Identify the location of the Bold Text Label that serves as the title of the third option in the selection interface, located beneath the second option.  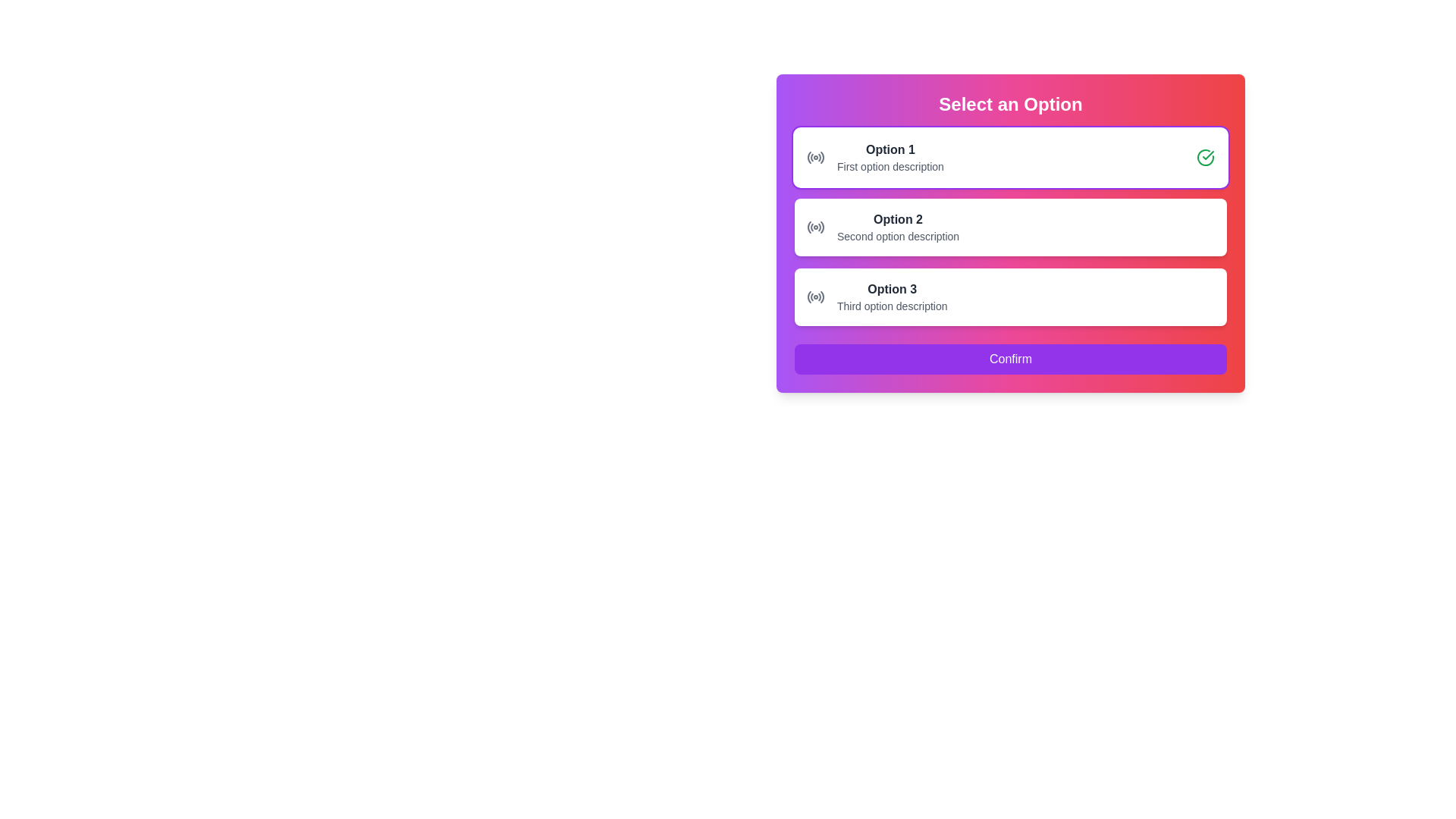
(892, 289).